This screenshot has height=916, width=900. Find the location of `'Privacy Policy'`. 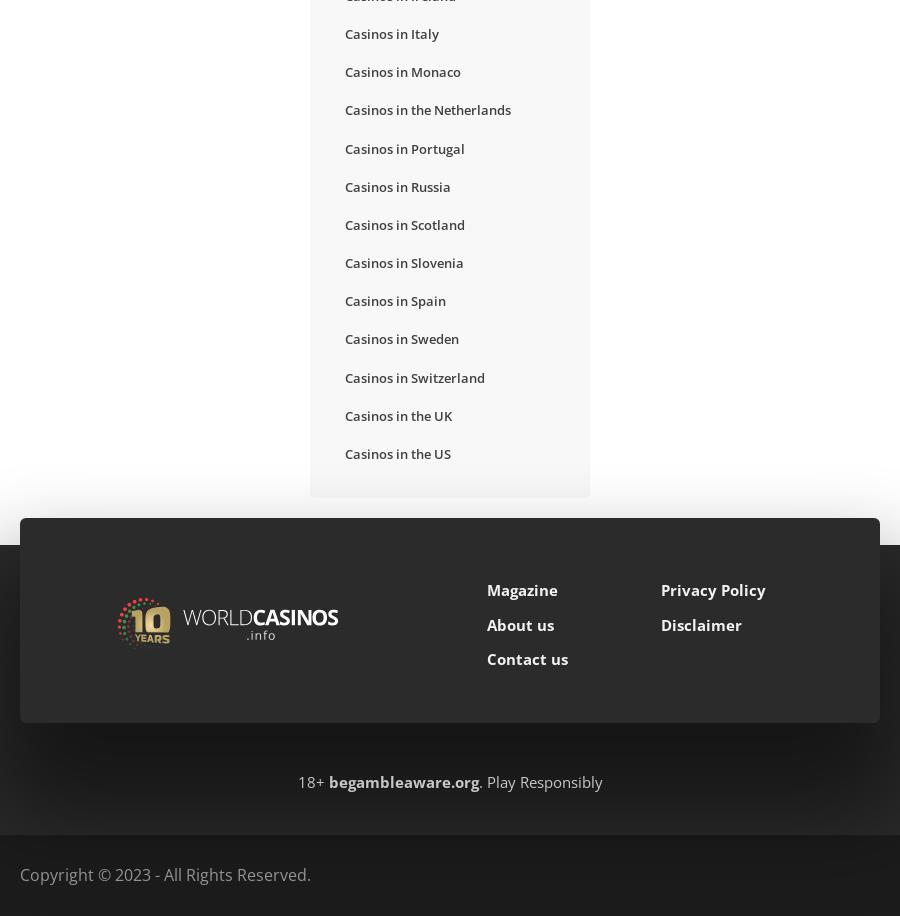

'Privacy Policy' is located at coordinates (712, 589).